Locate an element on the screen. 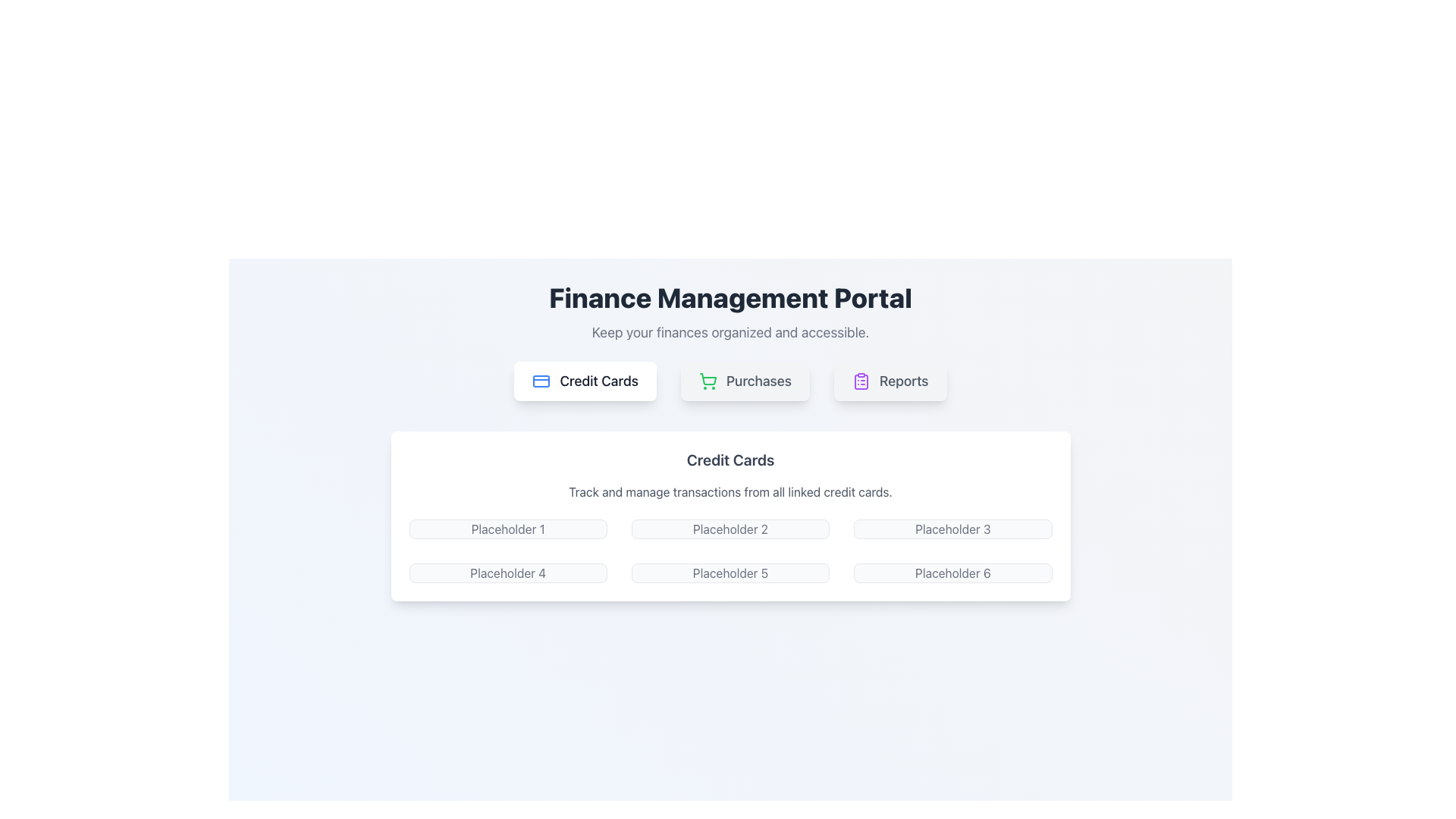 Image resolution: width=1456 pixels, height=819 pixels. the text element that reads 'Track and manage transactions from all linked credit cards.' which is located below the heading 'Credit Cards' is located at coordinates (730, 491).